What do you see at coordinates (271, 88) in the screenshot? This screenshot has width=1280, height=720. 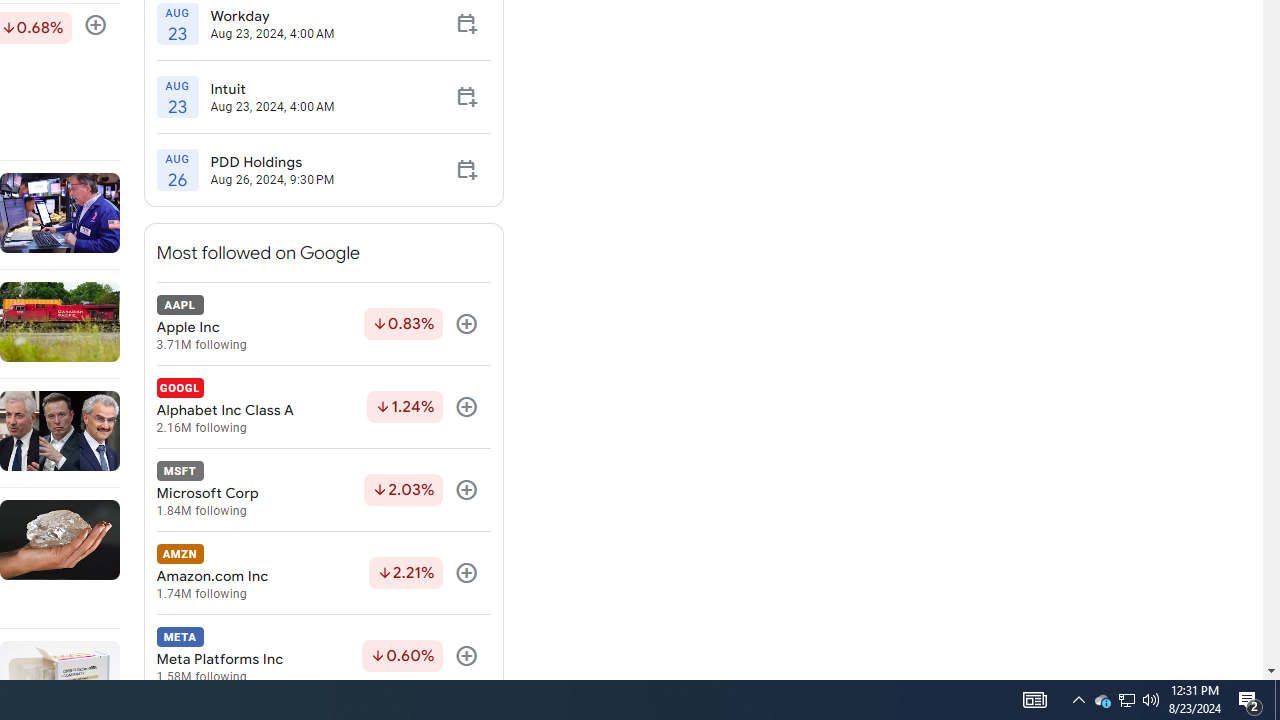 I see `'Intuit'` at bounding box center [271, 88].